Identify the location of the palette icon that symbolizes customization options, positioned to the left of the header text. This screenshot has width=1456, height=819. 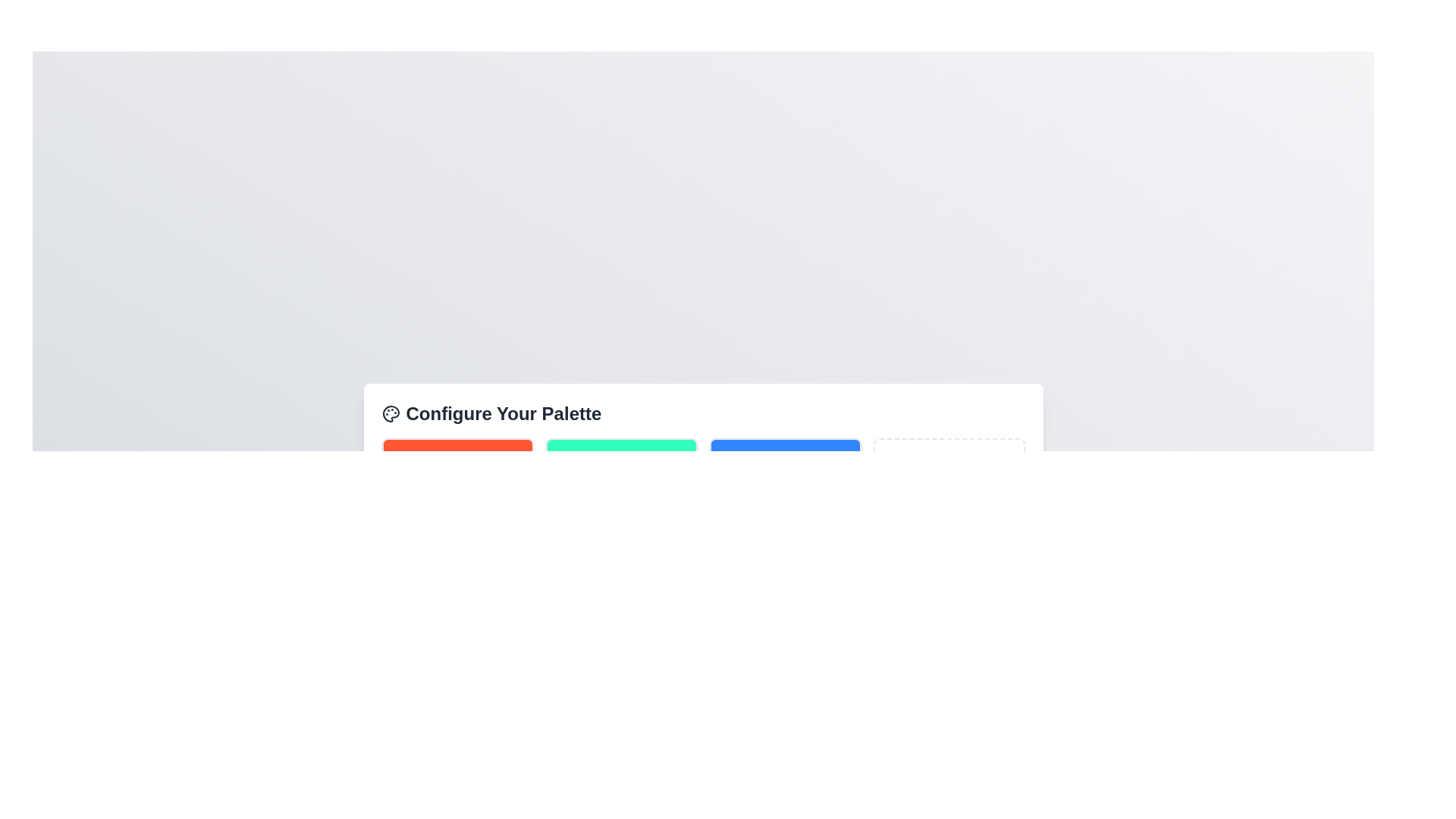
(391, 414).